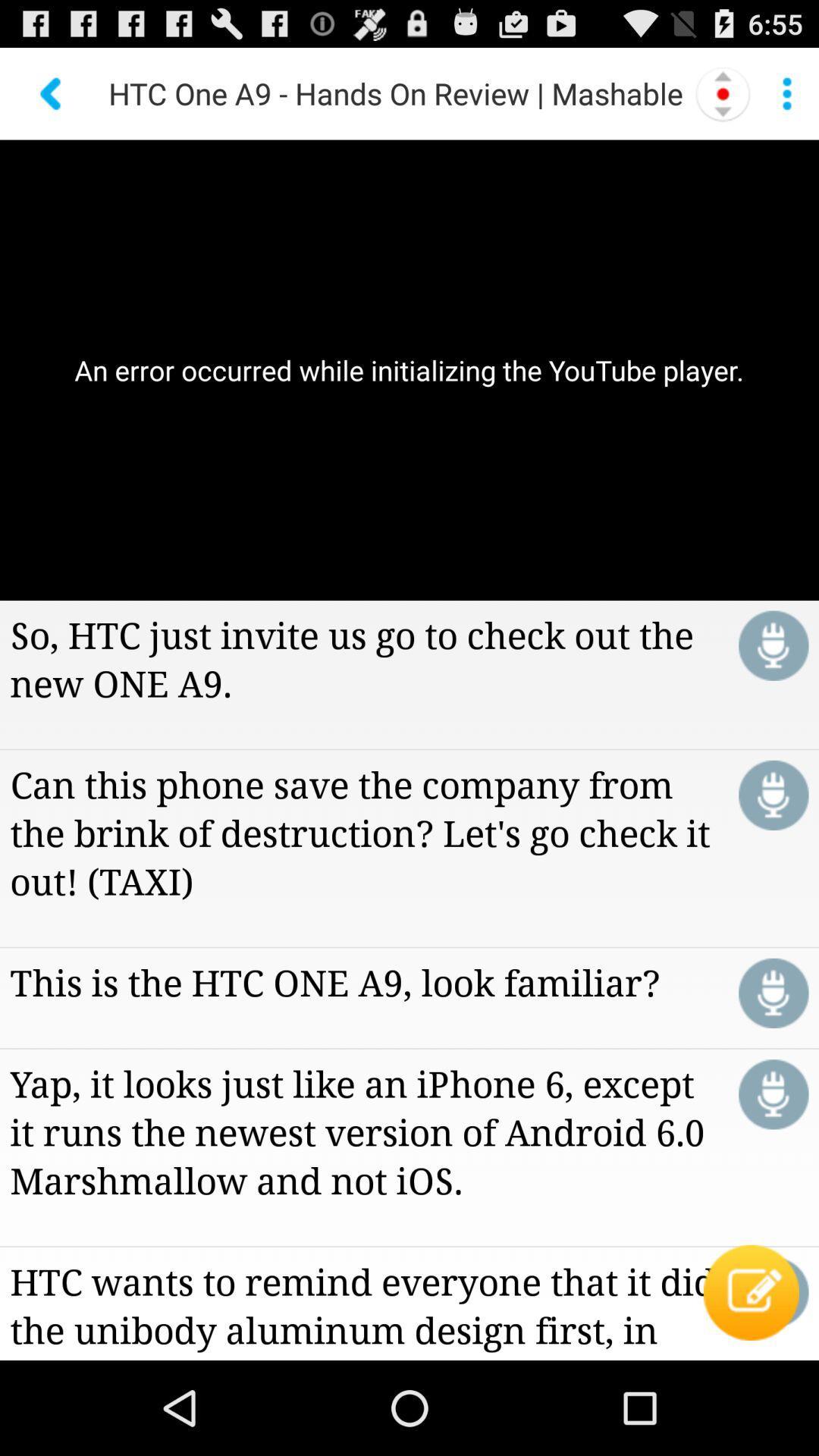 The image size is (819, 1456). Describe the element at coordinates (52, 93) in the screenshot. I see `the app next to the htc one a9 icon` at that location.